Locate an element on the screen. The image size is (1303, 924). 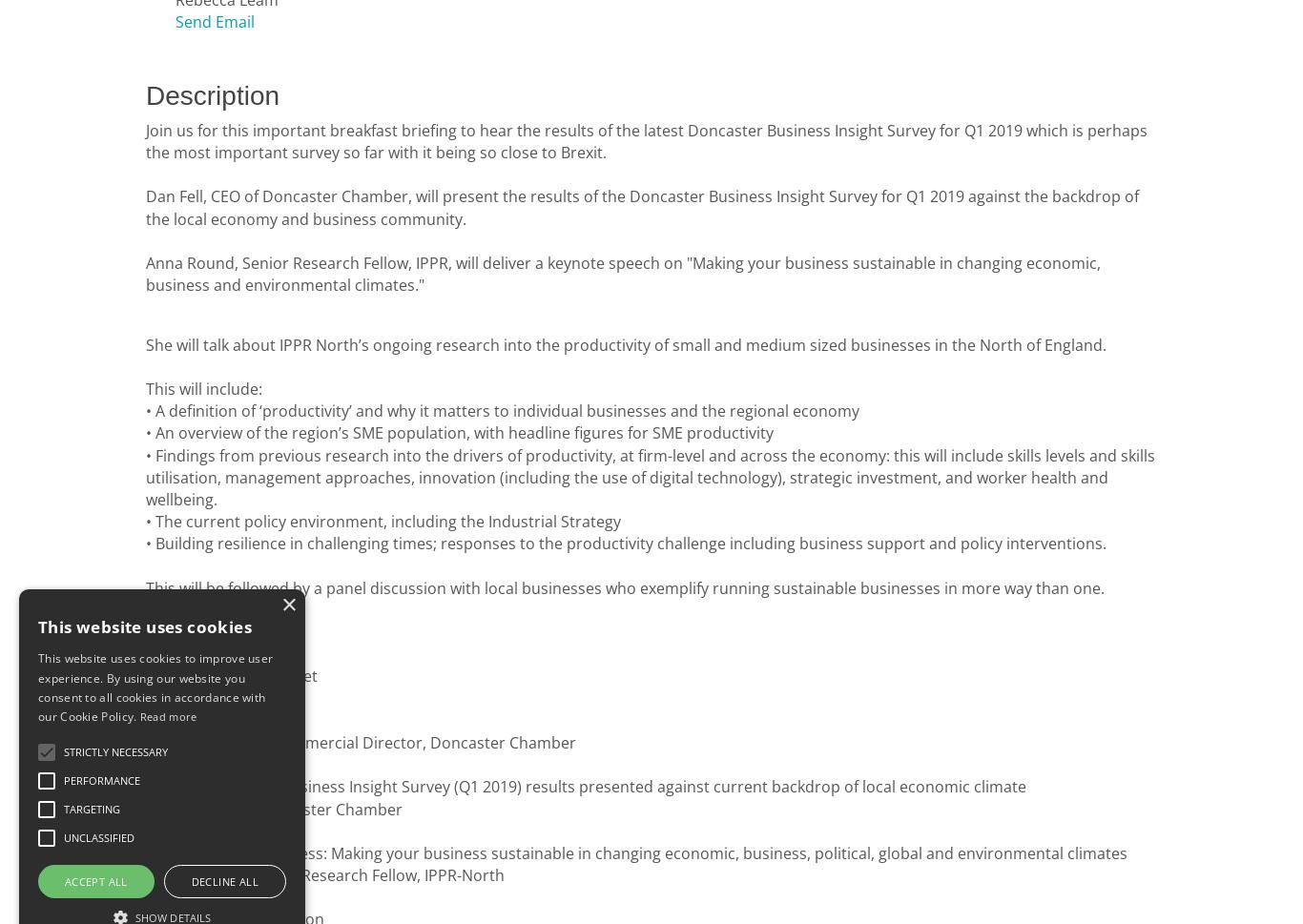
'indings from previous research into the drivers of productivity, at firm-level and across the economy: this will include skills levels and skills utilisation, management approaches, innovation (including the use of digital technology), strategic investment, and worker health and wellbeing.' is located at coordinates (650, 476).